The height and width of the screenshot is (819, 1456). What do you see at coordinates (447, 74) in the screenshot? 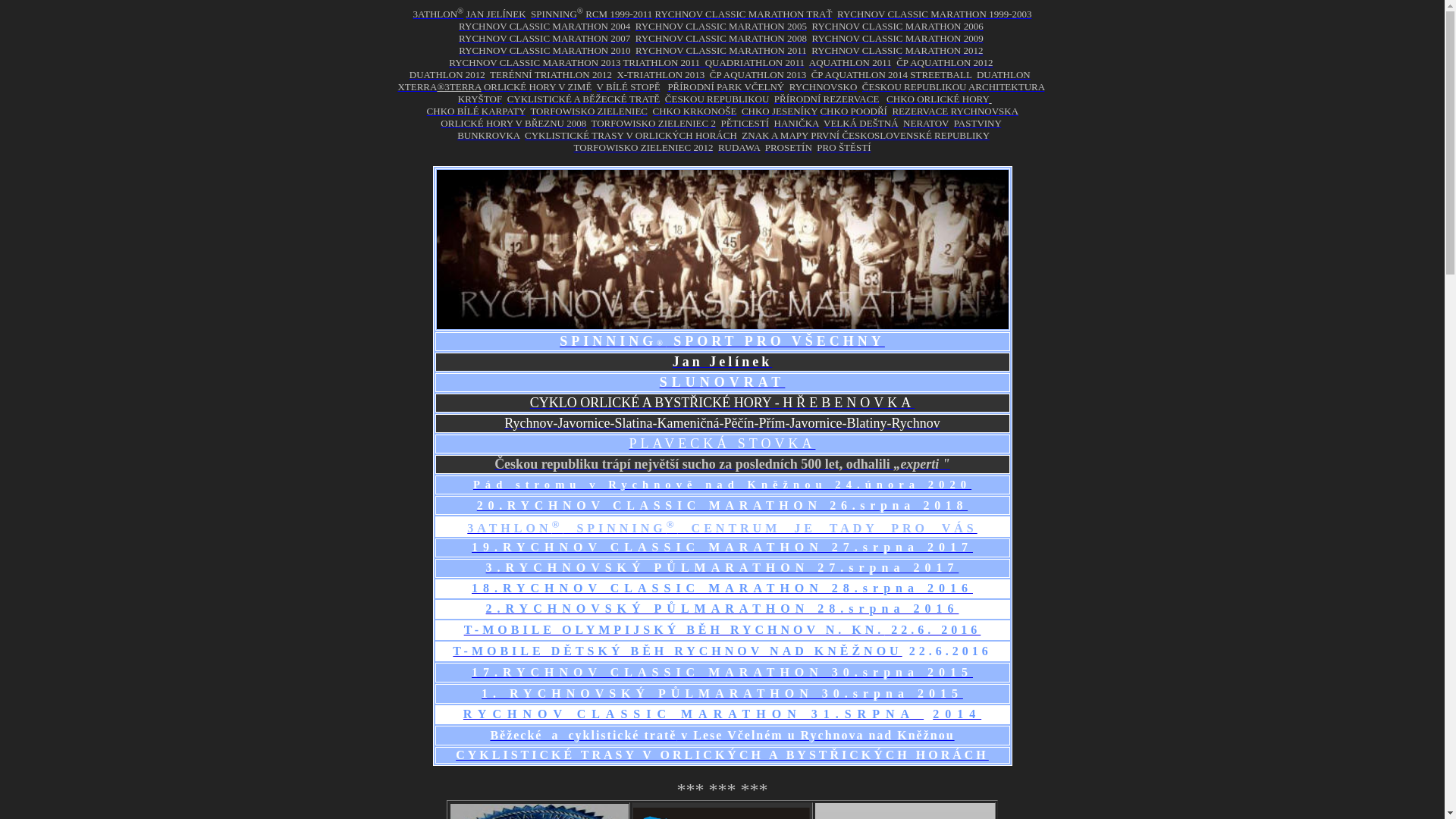
I see `'DUATHLON 2012'` at bounding box center [447, 74].